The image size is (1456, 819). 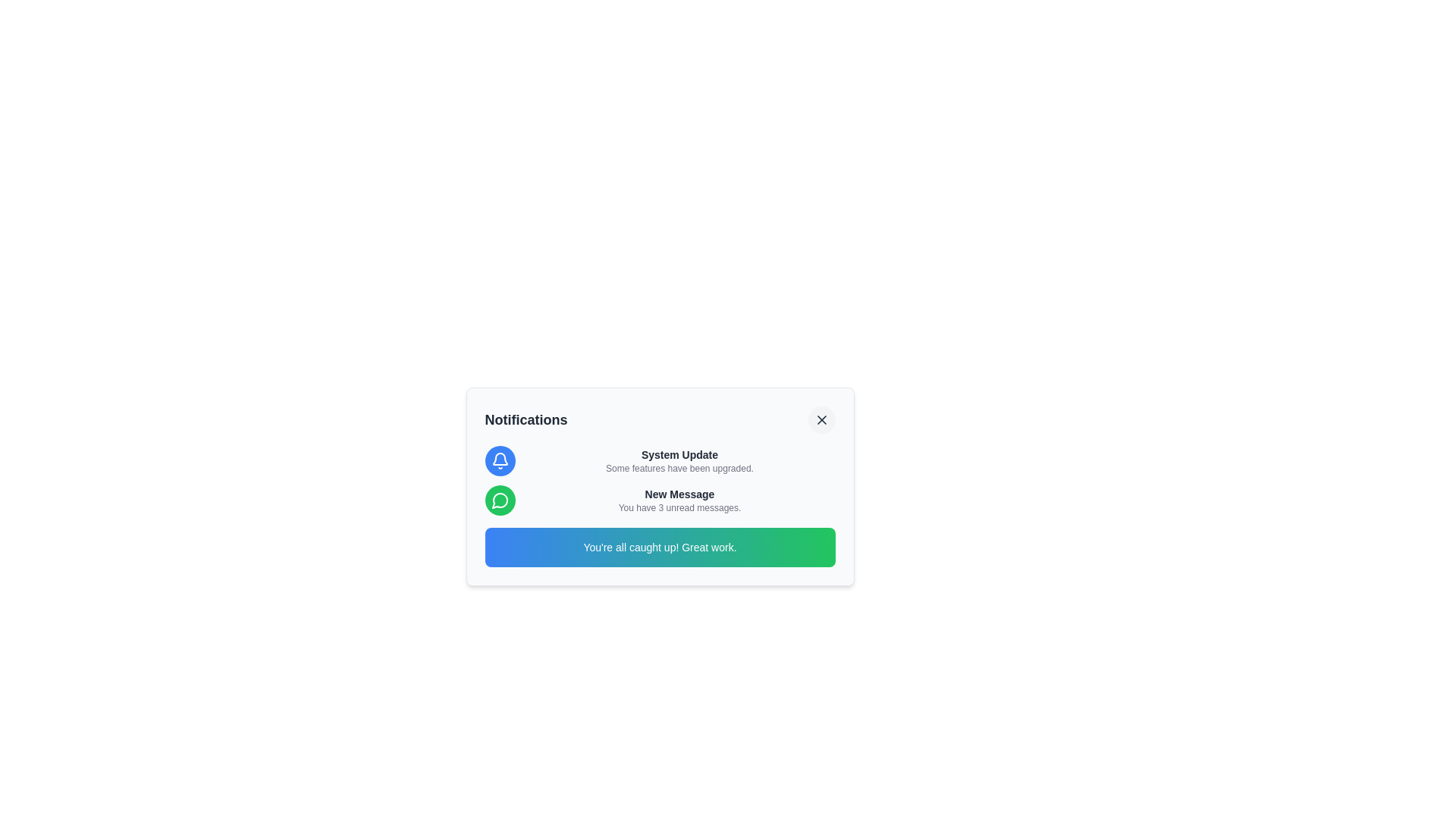 What do you see at coordinates (660, 460) in the screenshot?
I see `the first notification item displaying a bell icon with a blue circular background and the title 'System Update' followed by descriptive text 'Some features have been upgraded.'` at bounding box center [660, 460].